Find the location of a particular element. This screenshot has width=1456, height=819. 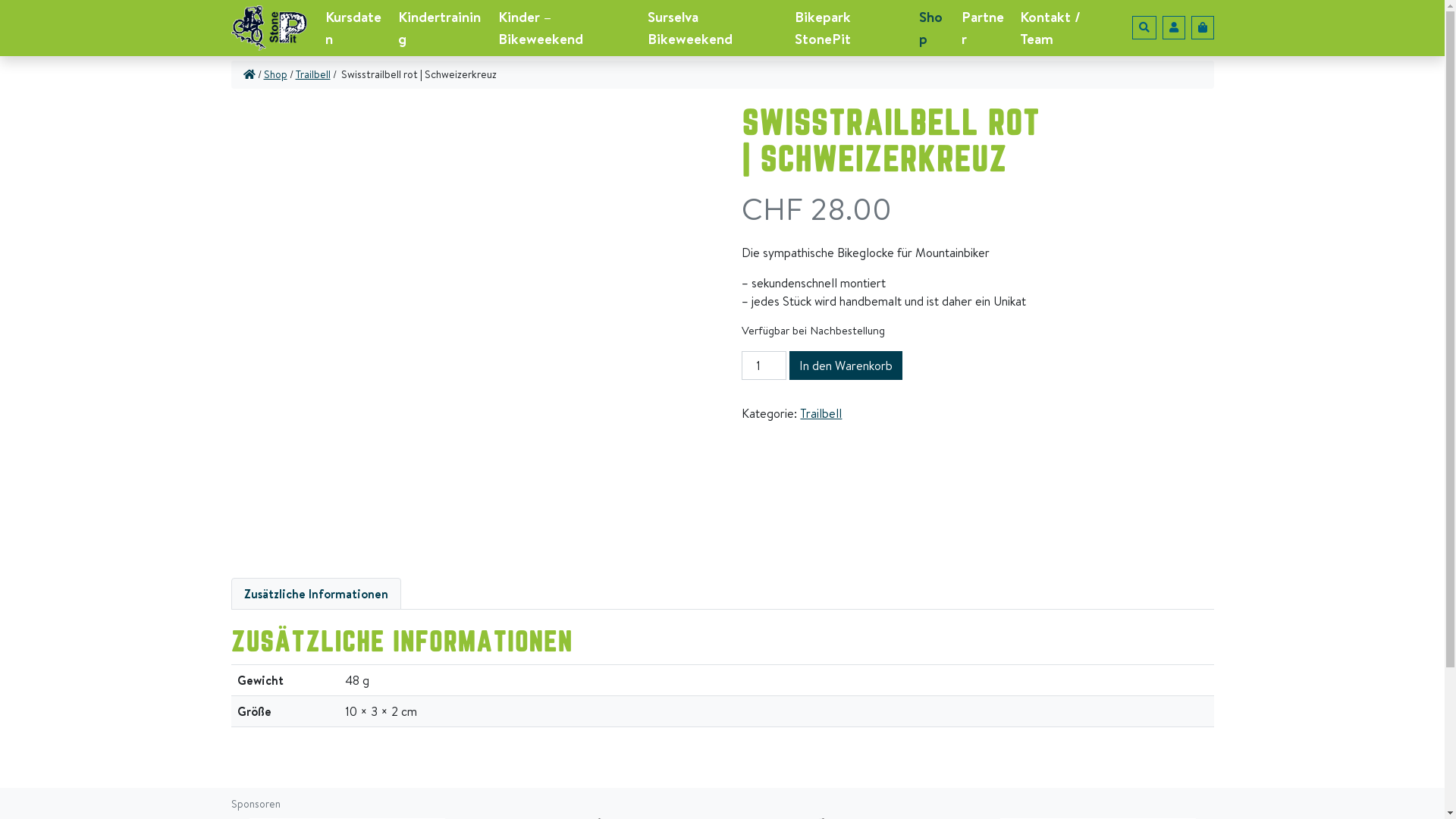

'Account' is located at coordinates (1172, 27).